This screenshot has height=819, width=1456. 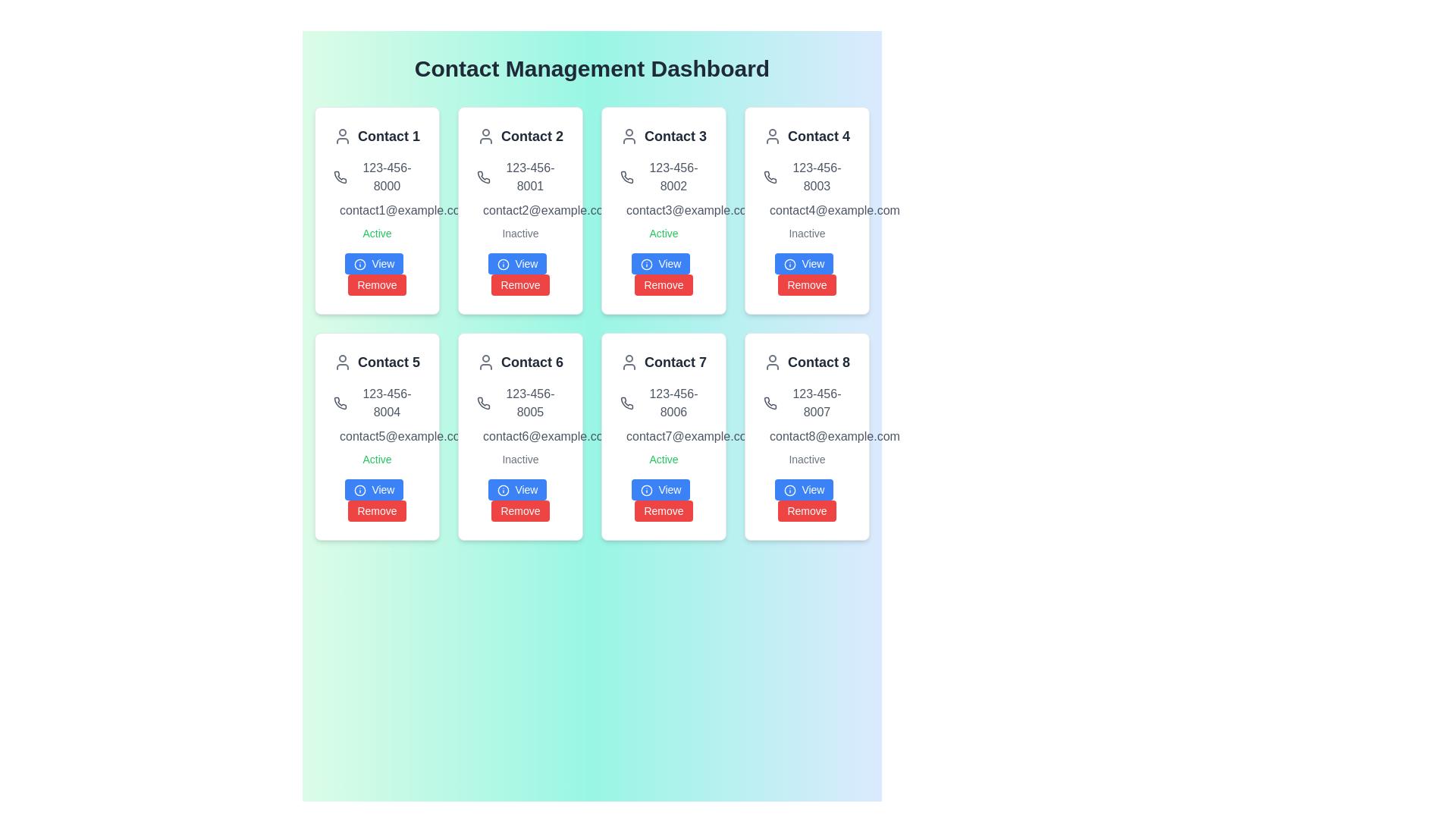 What do you see at coordinates (377, 500) in the screenshot?
I see `the red 'Remove' button located at the bottom of the Compound button group within the 'Contact 5' card` at bounding box center [377, 500].